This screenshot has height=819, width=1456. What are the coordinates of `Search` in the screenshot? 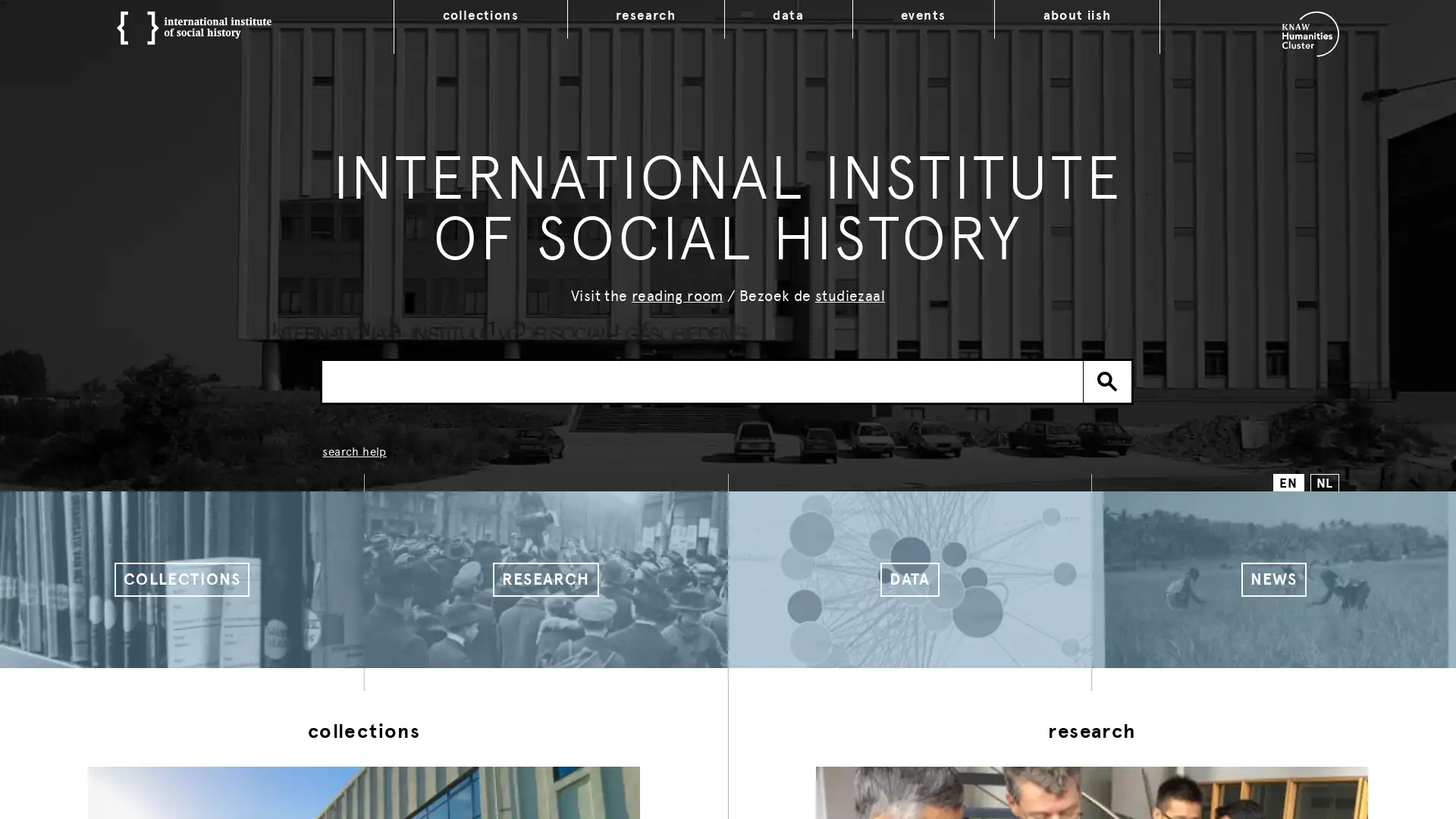 It's located at (1107, 380).